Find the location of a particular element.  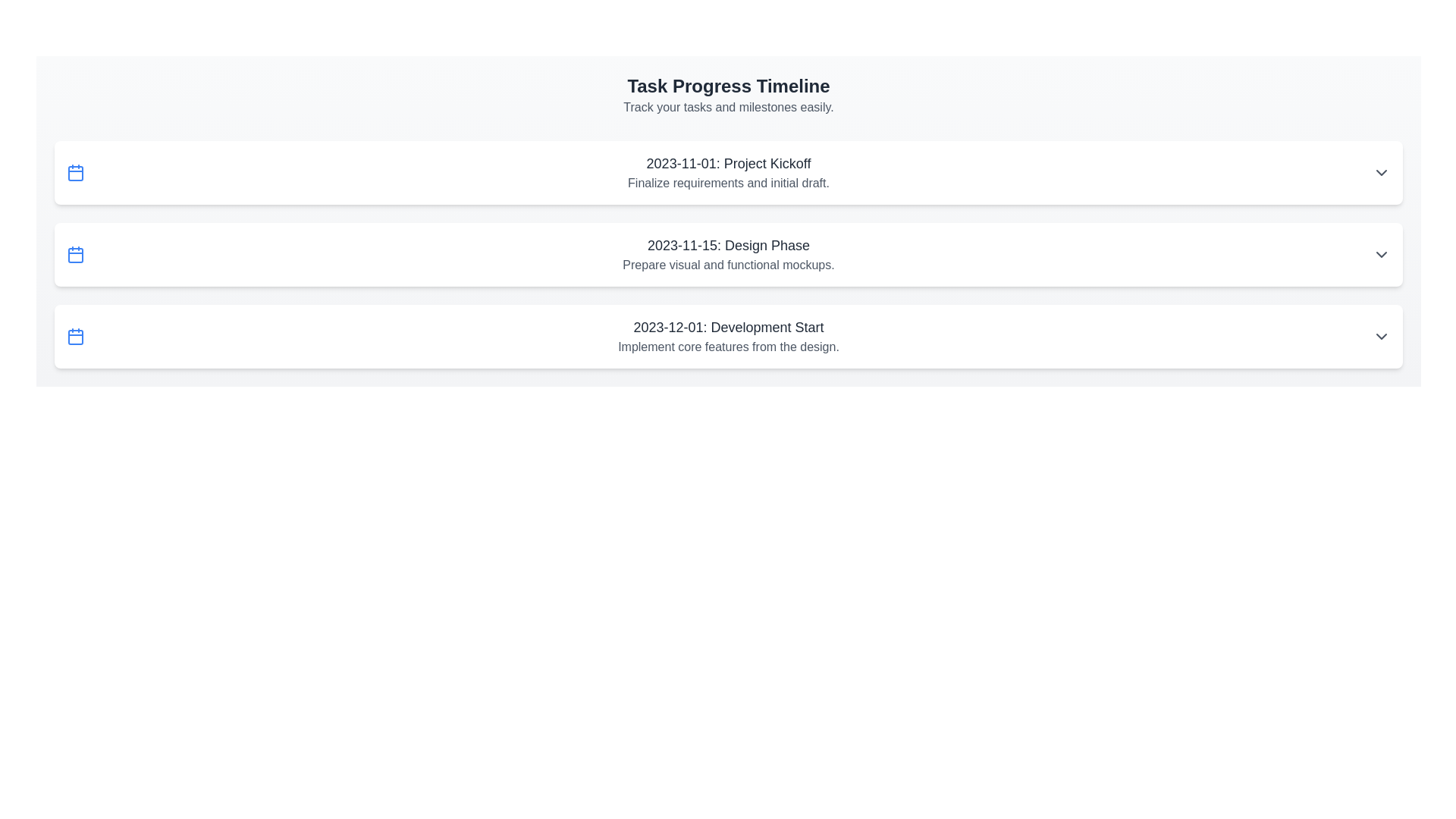

the text of the third timeline item element that displays information about an event is located at coordinates (728, 335).